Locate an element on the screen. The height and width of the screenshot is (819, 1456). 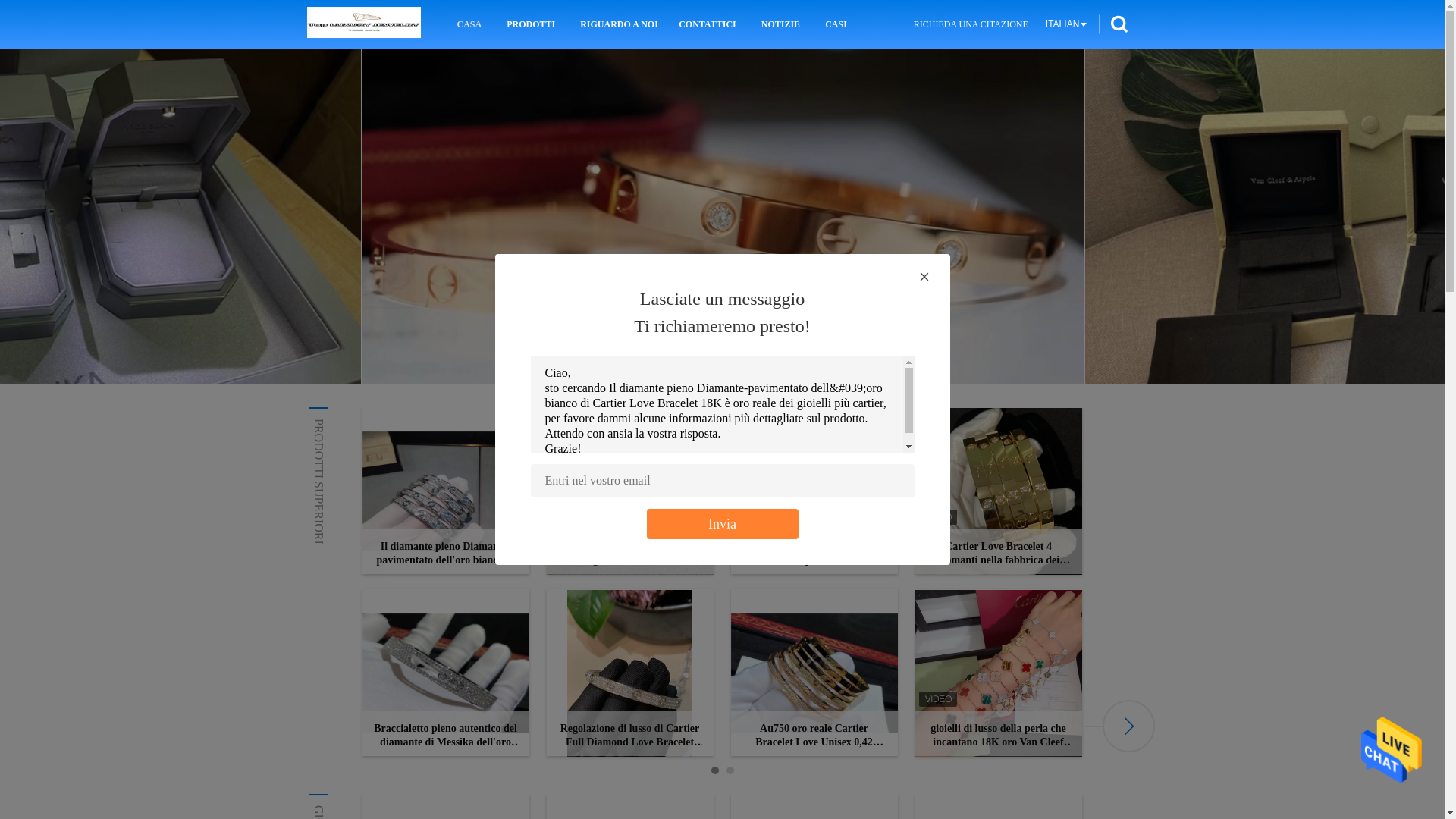
'CASI' is located at coordinates (835, 24).